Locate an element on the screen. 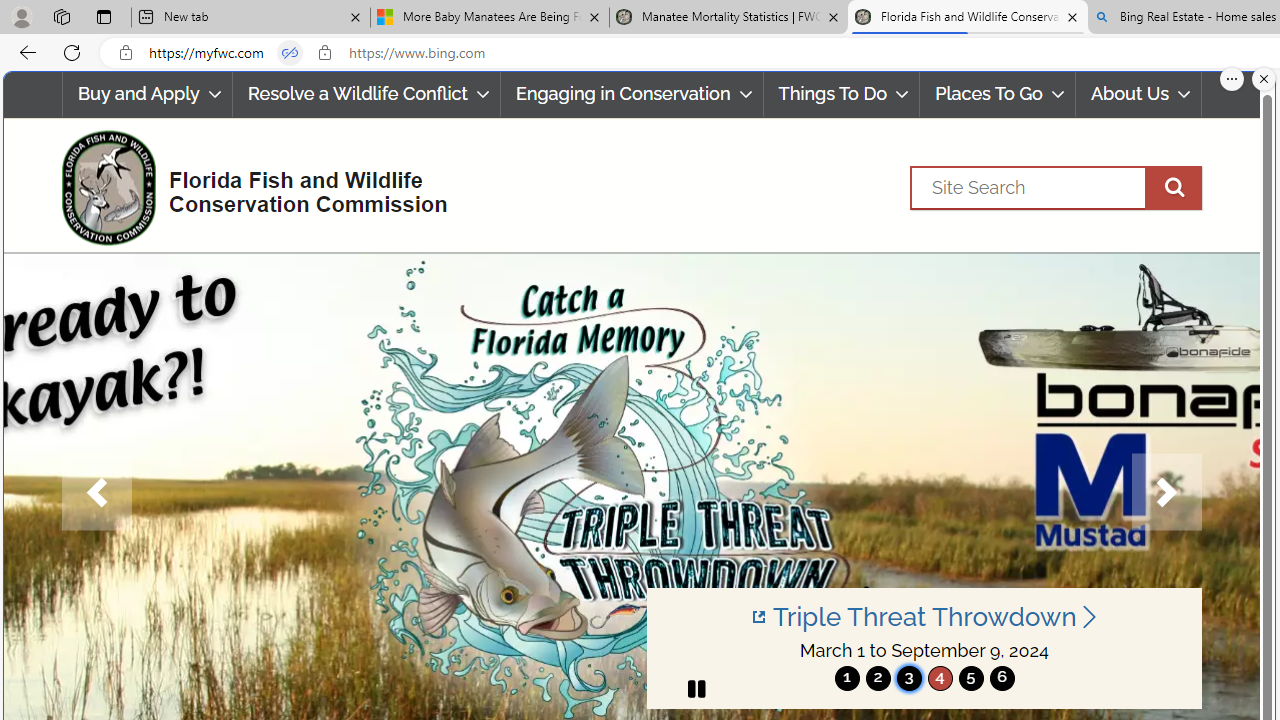 The height and width of the screenshot is (720, 1280). 'View site information' is located at coordinates (325, 52).